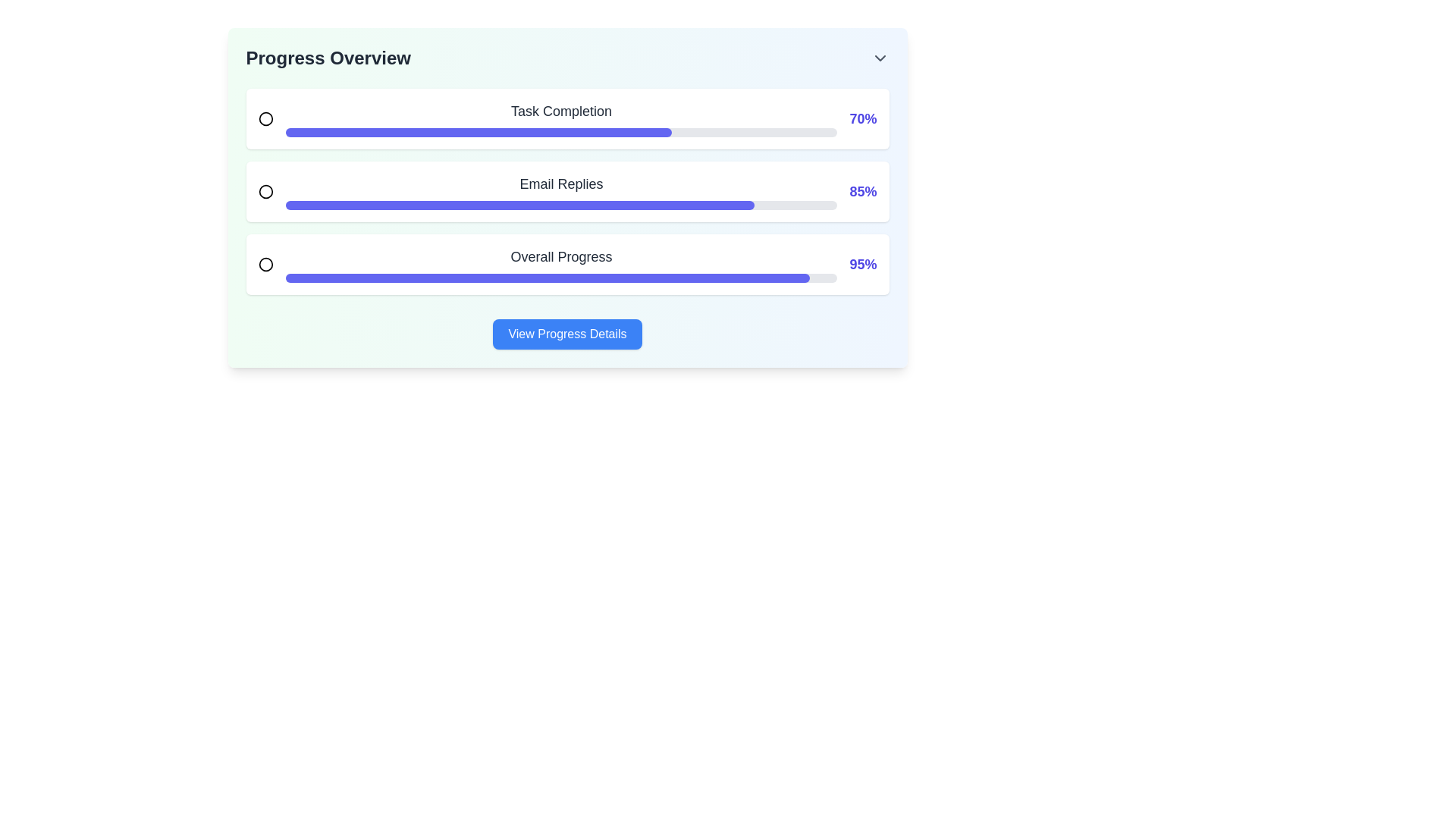  Describe the element at coordinates (560, 205) in the screenshot. I see `the second progress bar in the 'Progress Overview' section that indicates the completion percentage of 'Email Replies'` at that location.